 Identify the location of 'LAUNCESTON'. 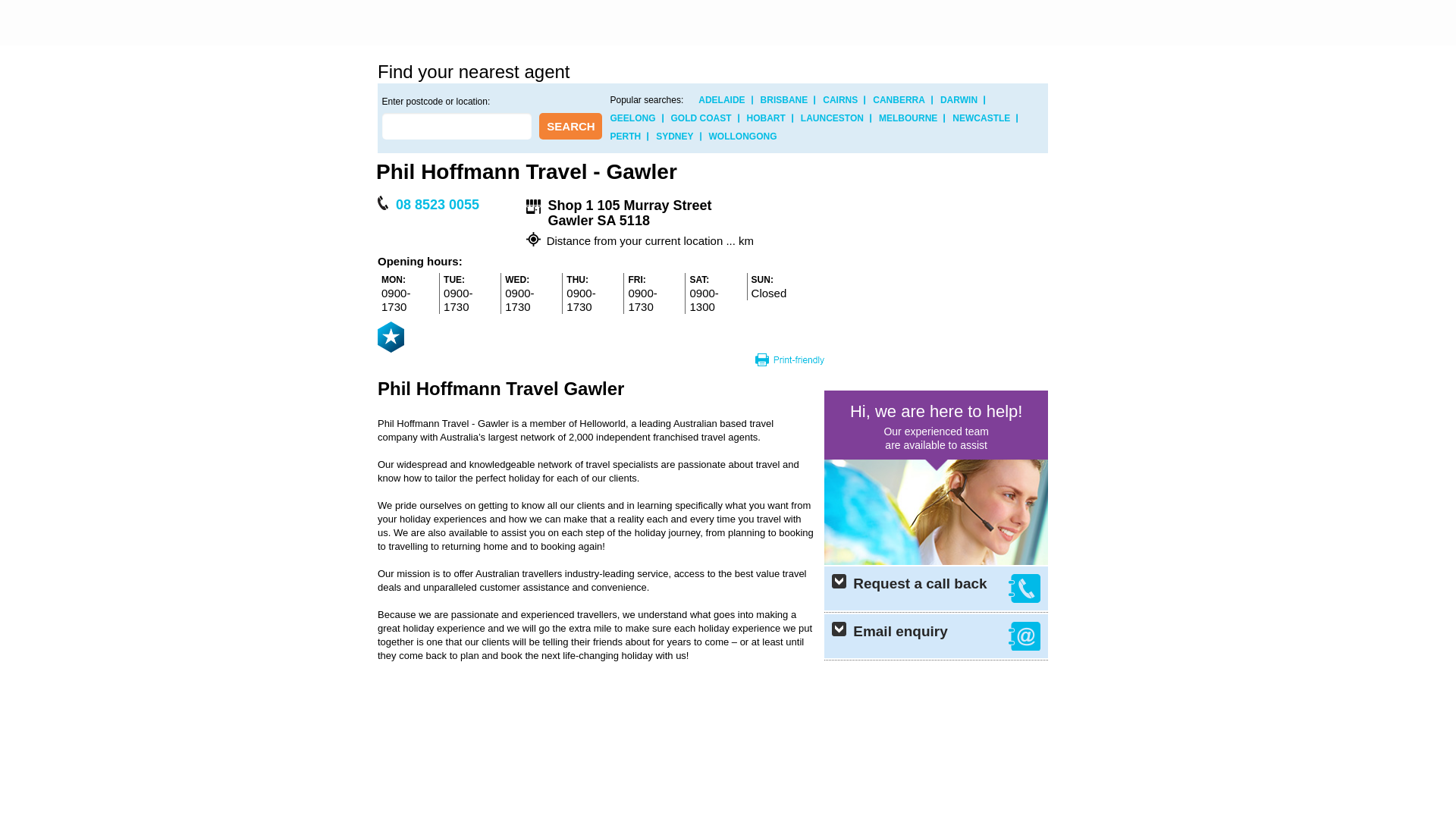
(800, 117).